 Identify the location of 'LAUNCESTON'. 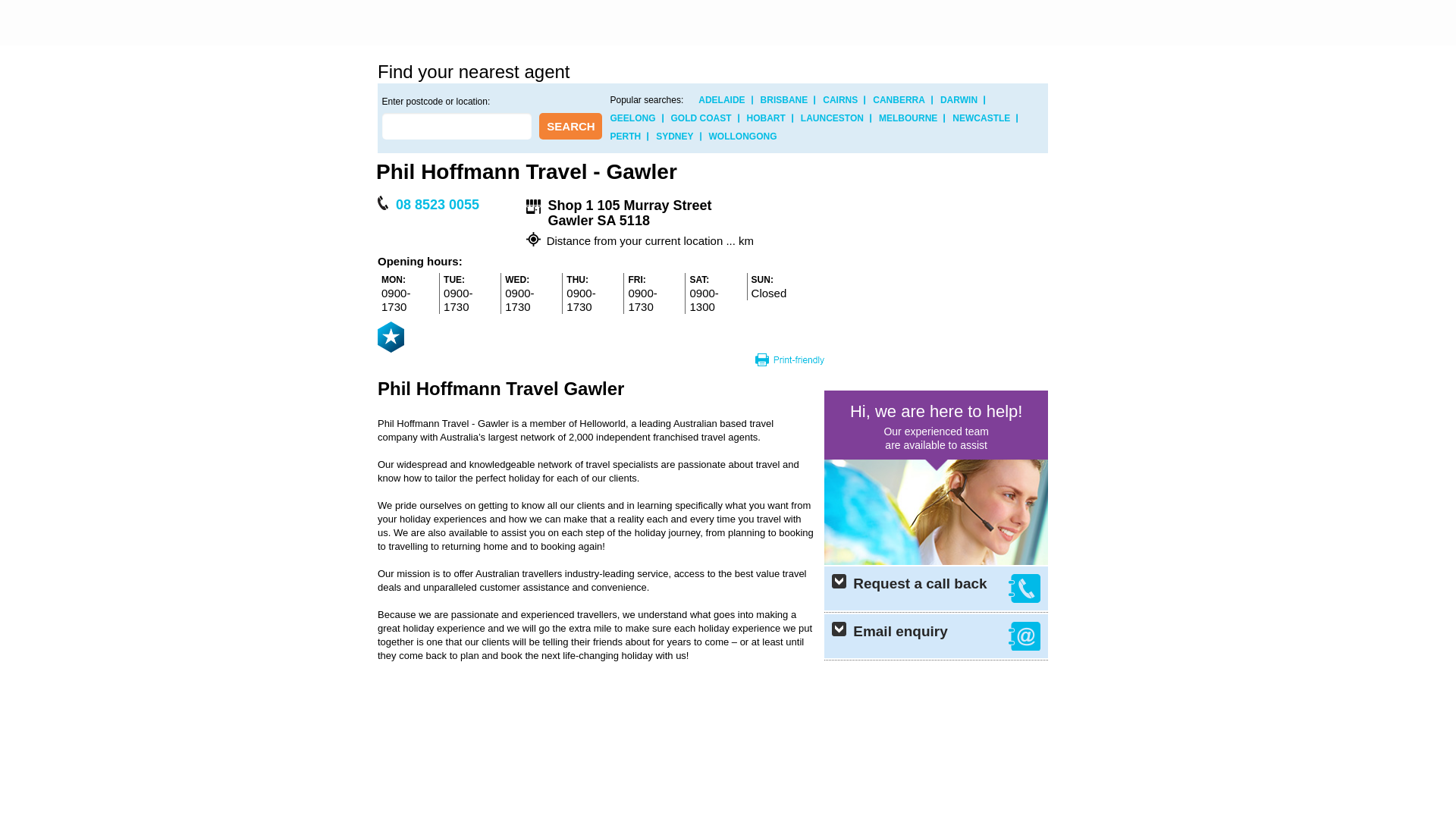
(800, 117).